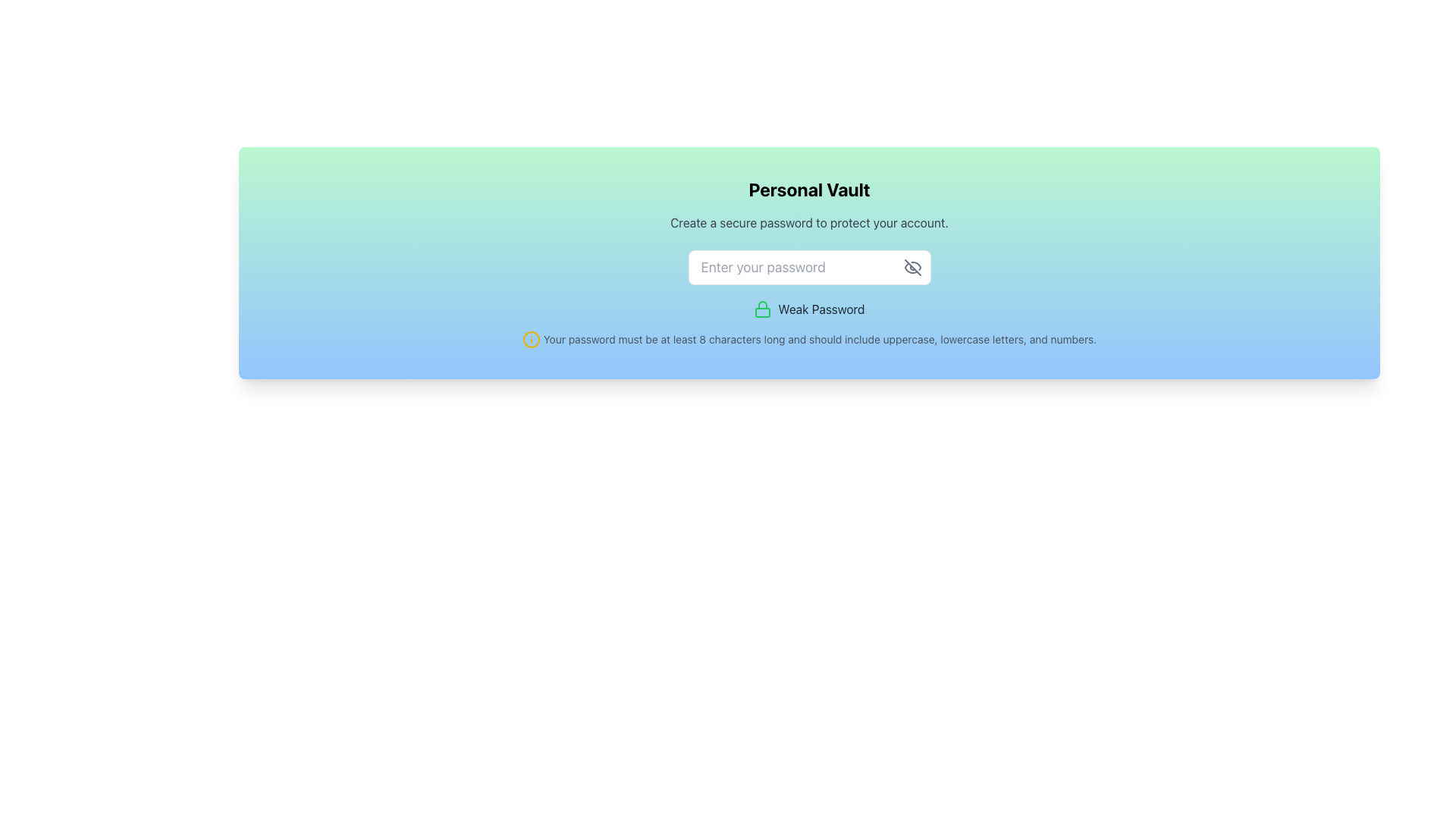 The height and width of the screenshot is (819, 1456). What do you see at coordinates (531, 338) in the screenshot?
I see `the yellow outlined SVG Circle with a diameter of 20 pixels located at the bottom left of the password guidance text field to observe its tooltip if one appears` at bounding box center [531, 338].